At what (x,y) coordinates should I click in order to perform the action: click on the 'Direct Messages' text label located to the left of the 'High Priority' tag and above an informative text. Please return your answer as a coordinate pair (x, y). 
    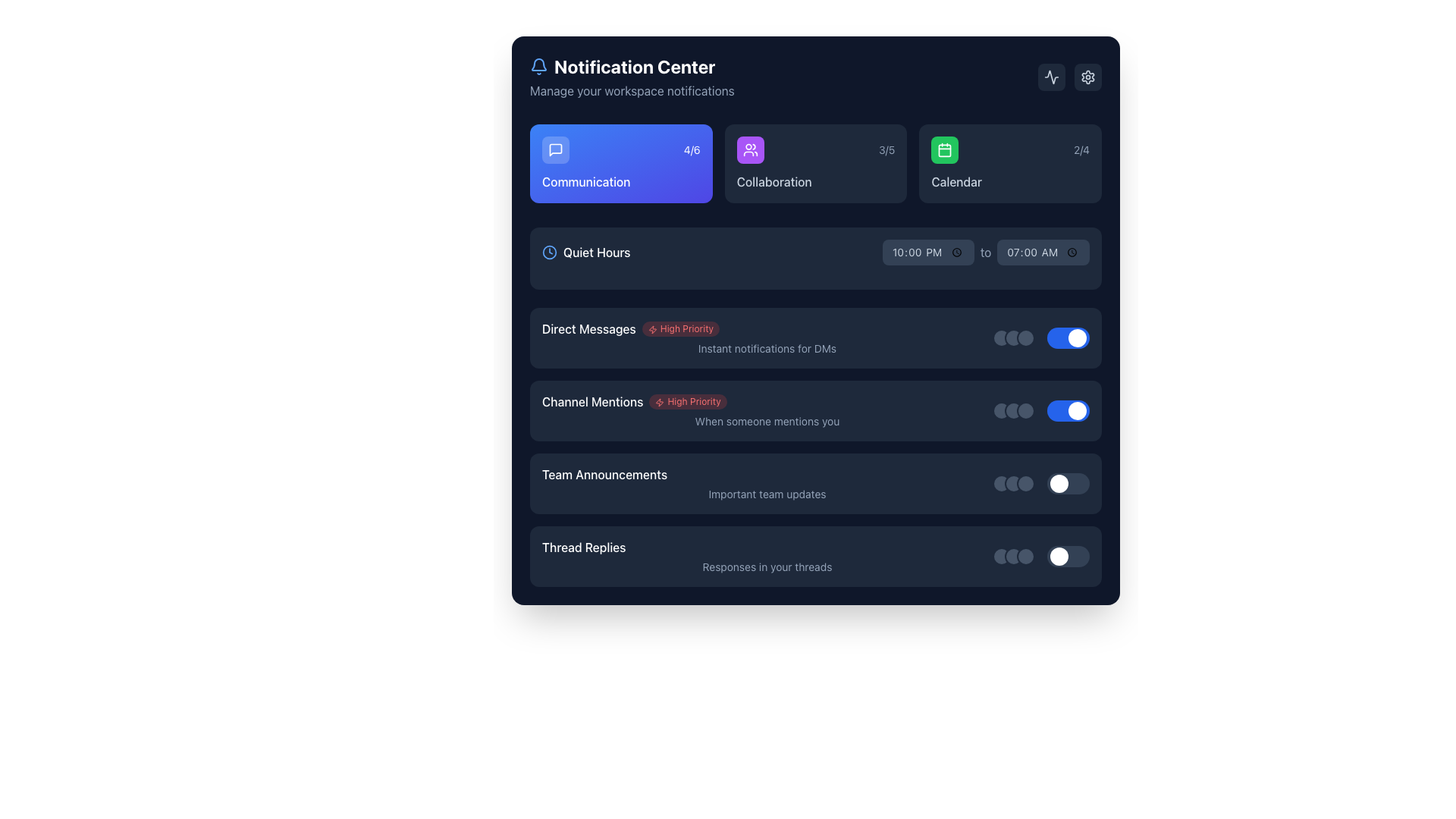
    Looking at the image, I should click on (588, 328).